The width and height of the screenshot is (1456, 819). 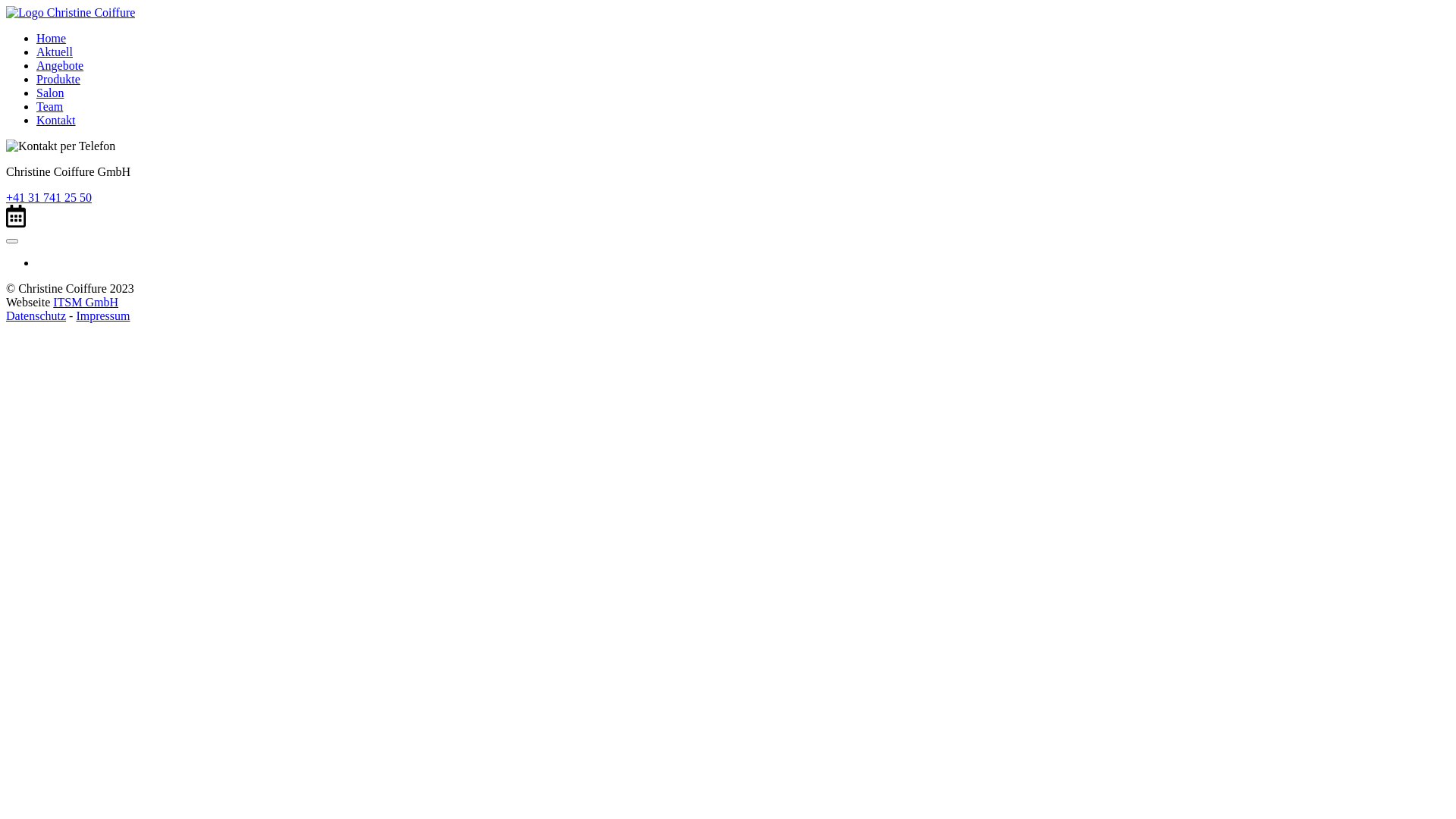 What do you see at coordinates (51, 37) in the screenshot?
I see `'Home'` at bounding box center [51, 37].